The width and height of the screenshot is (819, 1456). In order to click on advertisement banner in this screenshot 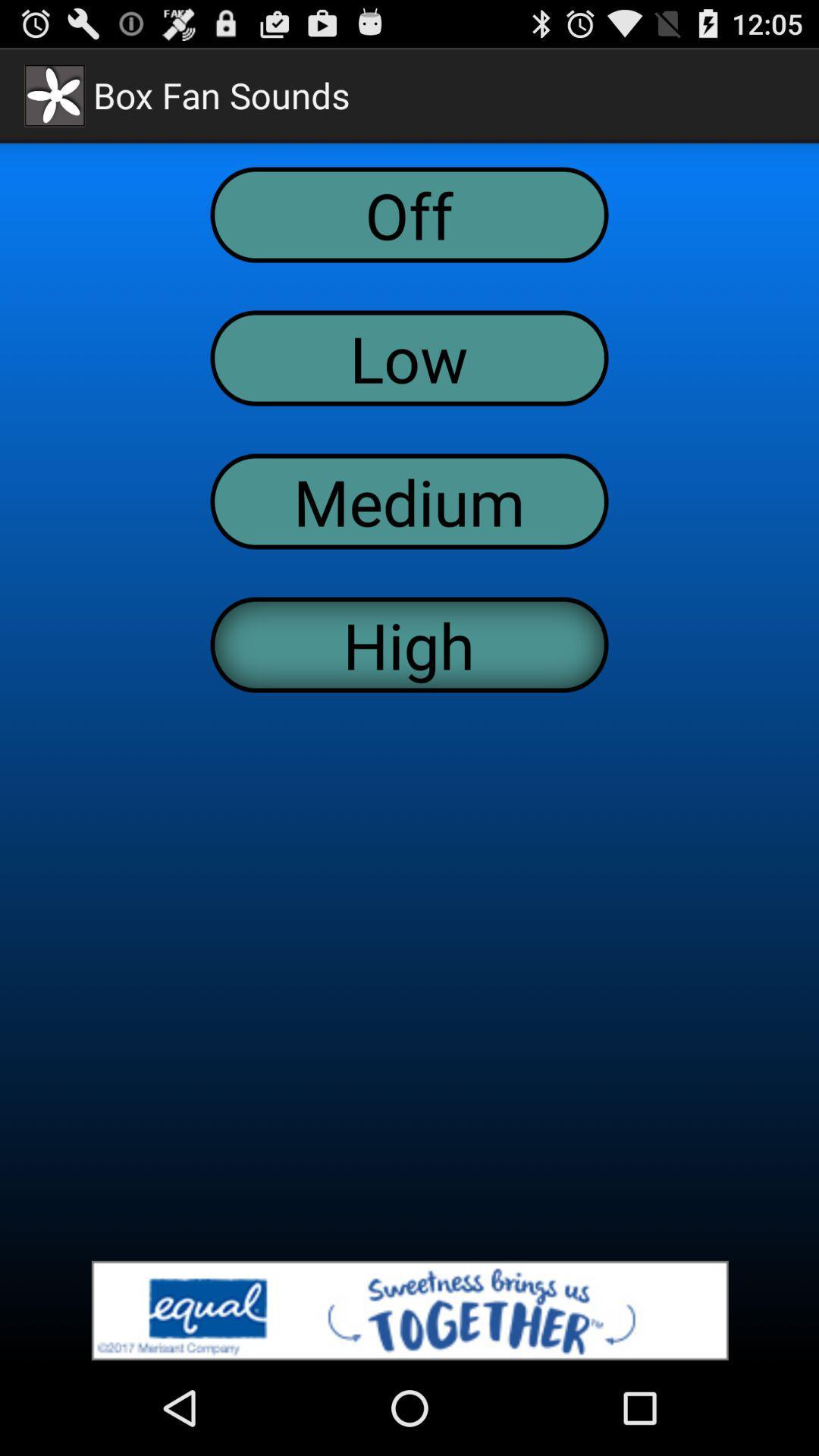, I will do `click(409, 1310)`.